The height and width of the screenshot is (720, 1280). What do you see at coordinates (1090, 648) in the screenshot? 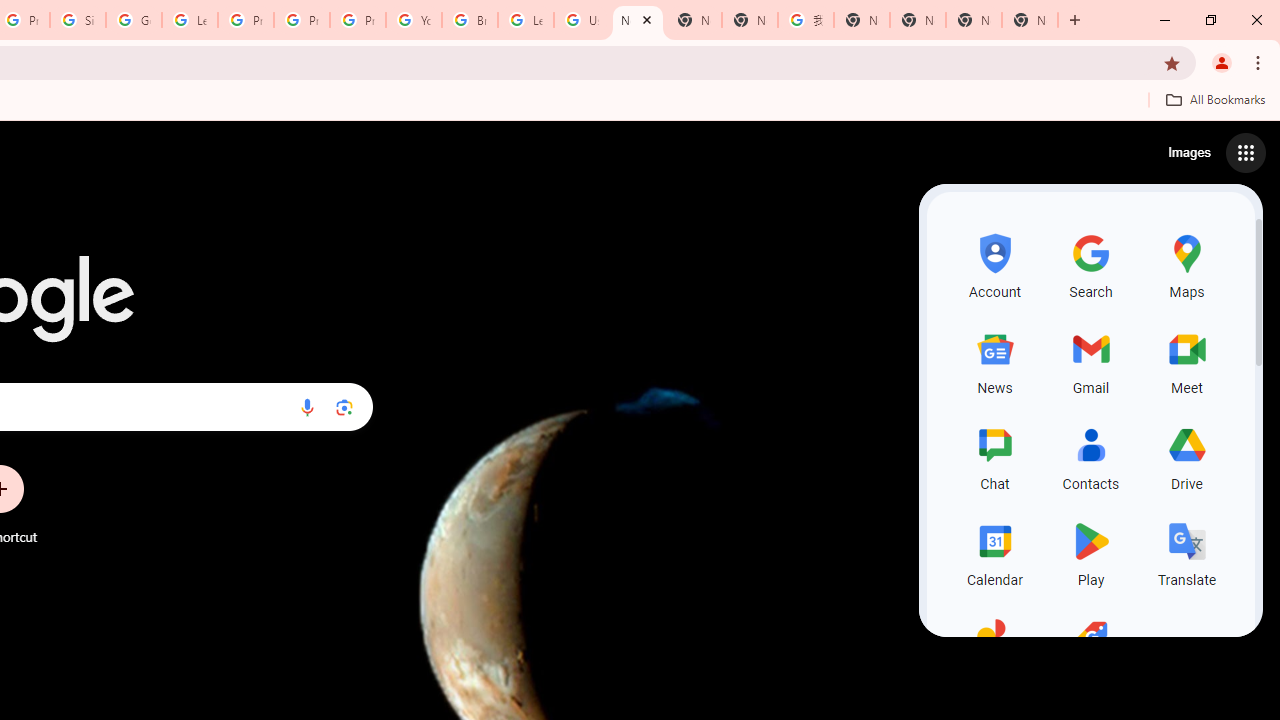
I see `'Shopping, row 5 of 5 and column 2 of 3 in the first section'` at bounding box center [1090, 648].